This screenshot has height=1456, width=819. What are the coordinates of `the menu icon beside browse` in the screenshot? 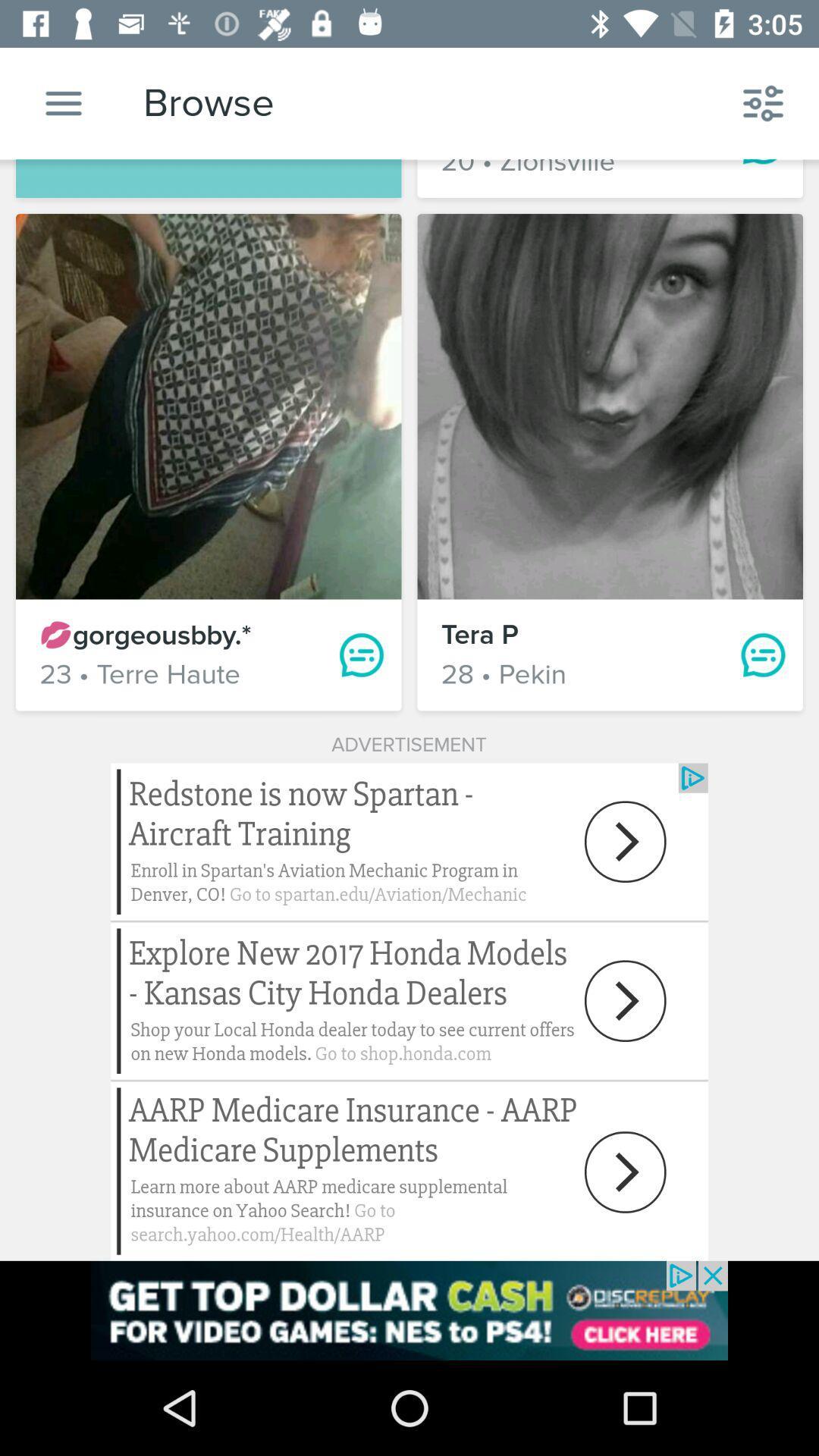 It's located at (63, 102).